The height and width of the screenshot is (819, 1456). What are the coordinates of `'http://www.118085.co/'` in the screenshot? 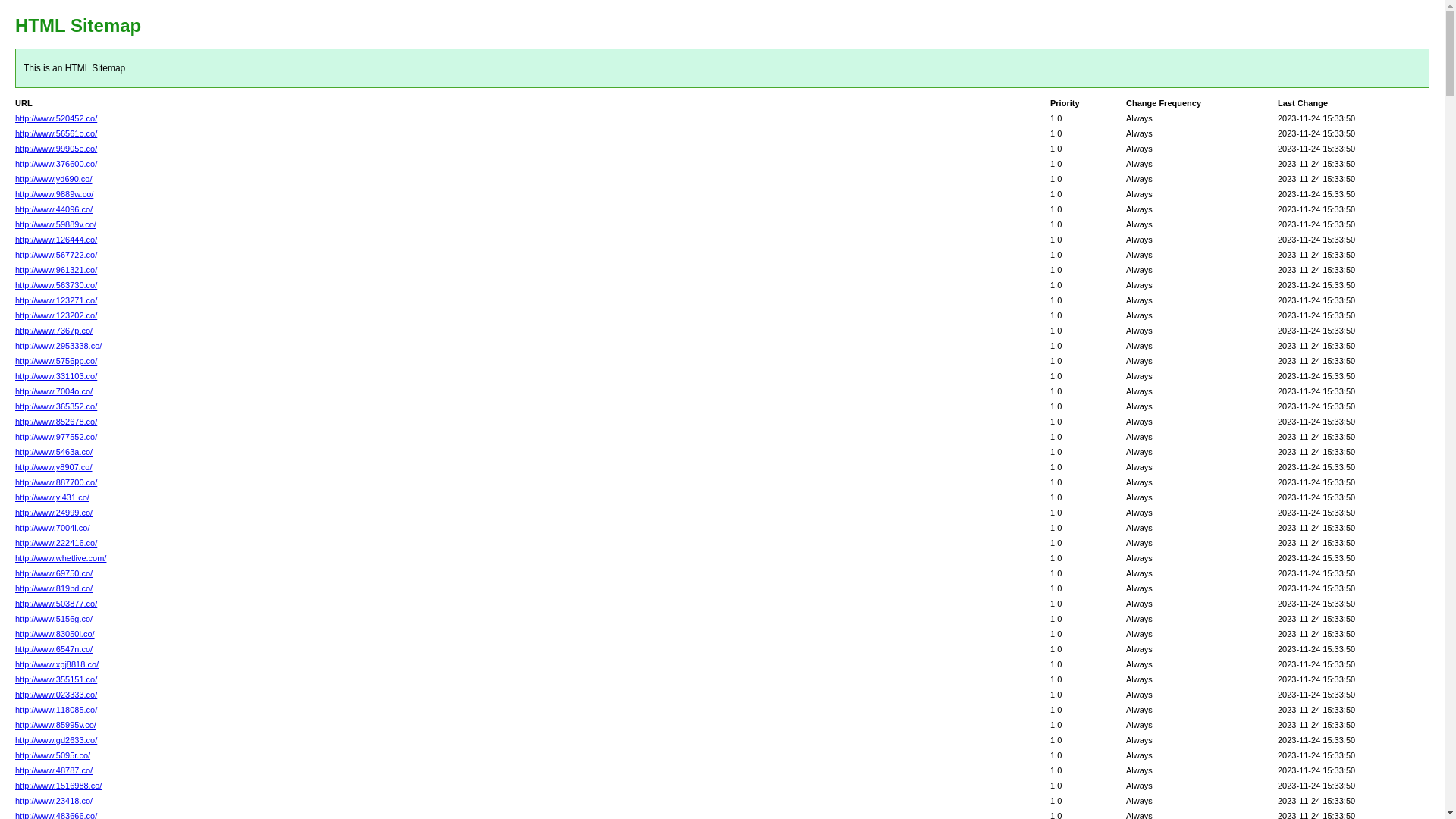 It's located at (55, 710).